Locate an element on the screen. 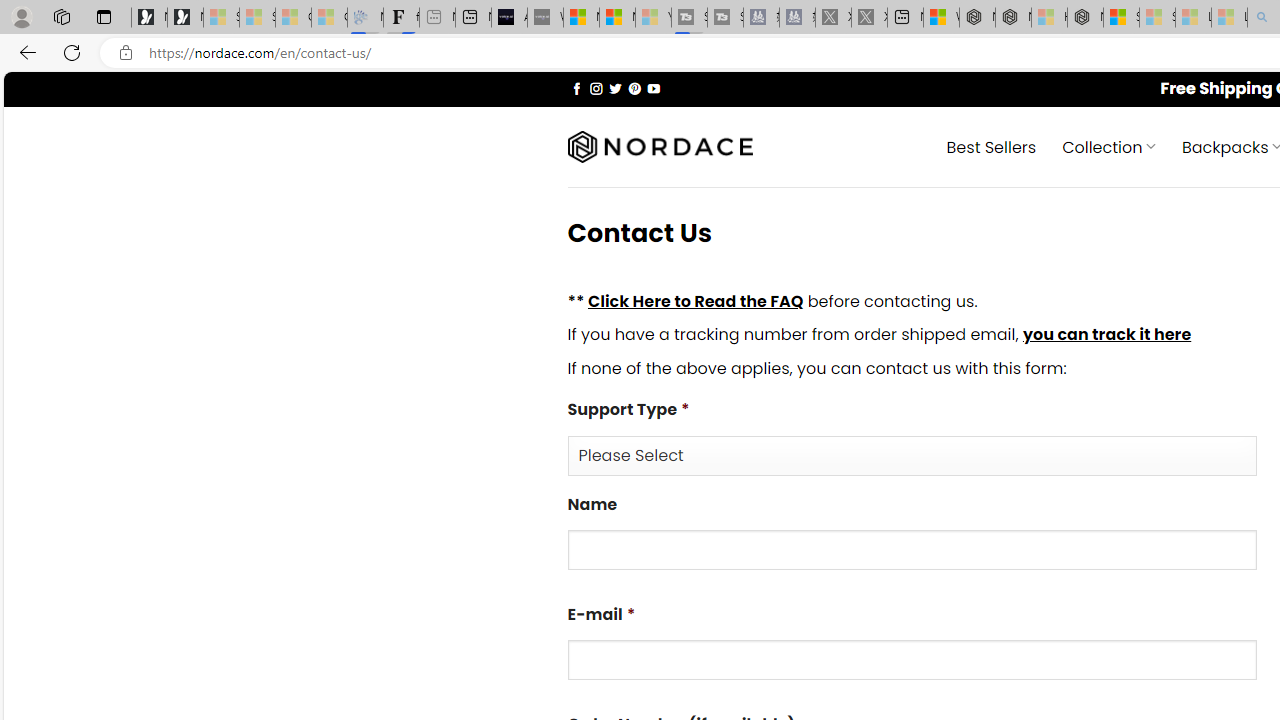  ' Best Sellers' is located at coordinates (991, 145).